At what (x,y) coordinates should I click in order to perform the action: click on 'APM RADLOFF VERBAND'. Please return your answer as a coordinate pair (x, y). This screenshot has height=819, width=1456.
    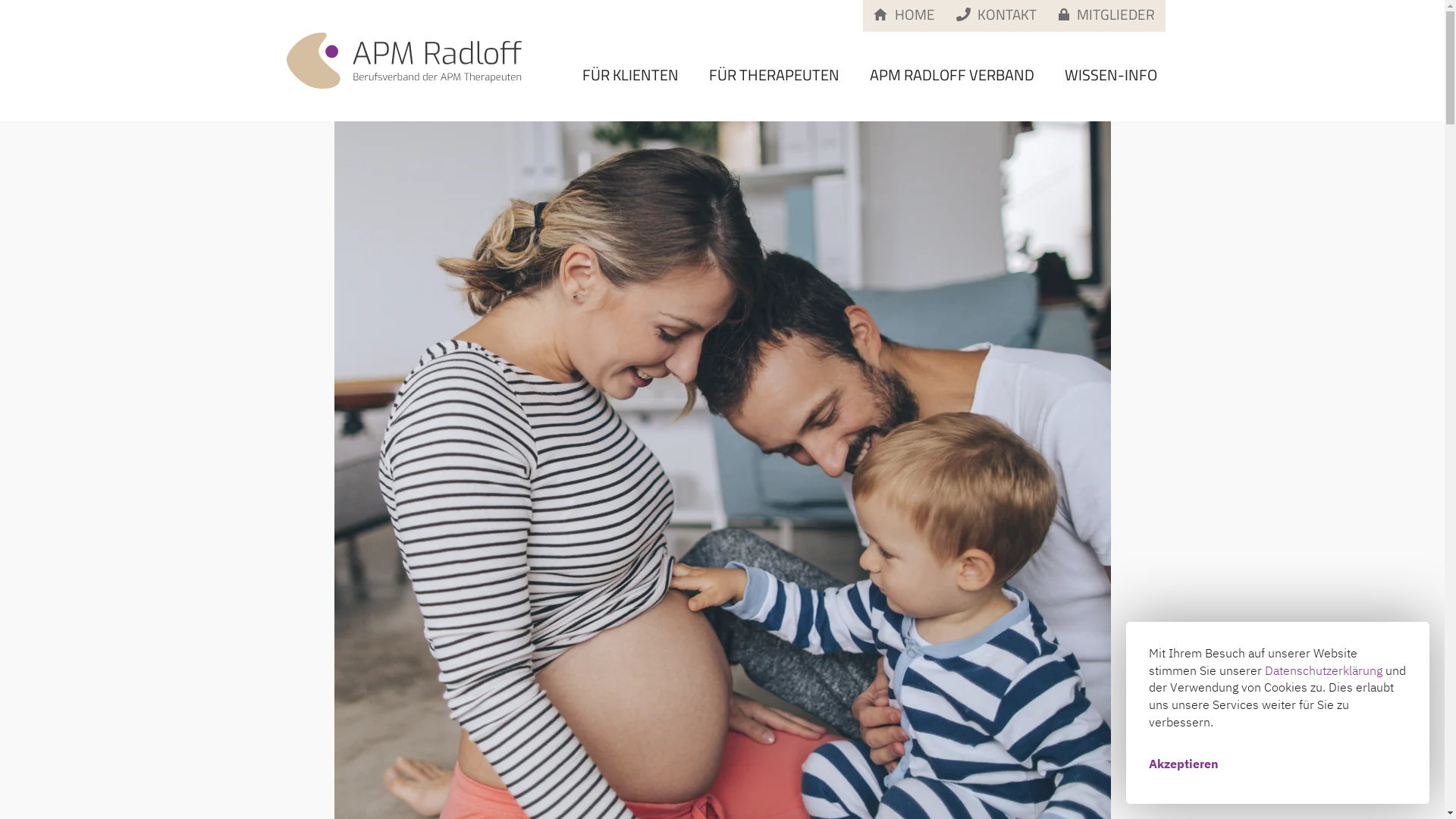
    Looking at the image, I should click on (951, 75).